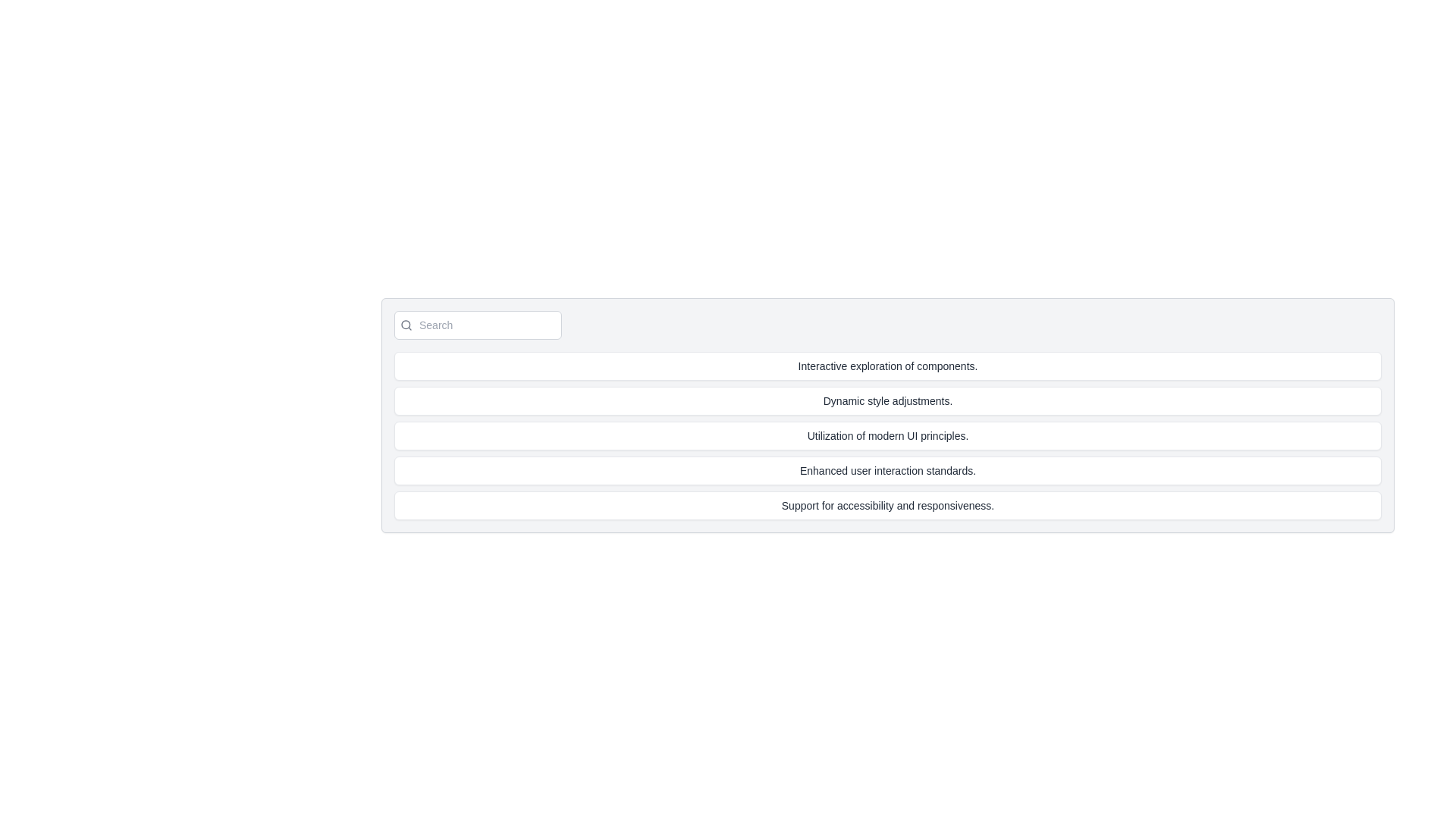 The height and width of the screenshot is (819, 1456). What do you see at coordinates (791, 506) in the screenshot?
I see `the character 'u'` at bounding box center [791, 506].